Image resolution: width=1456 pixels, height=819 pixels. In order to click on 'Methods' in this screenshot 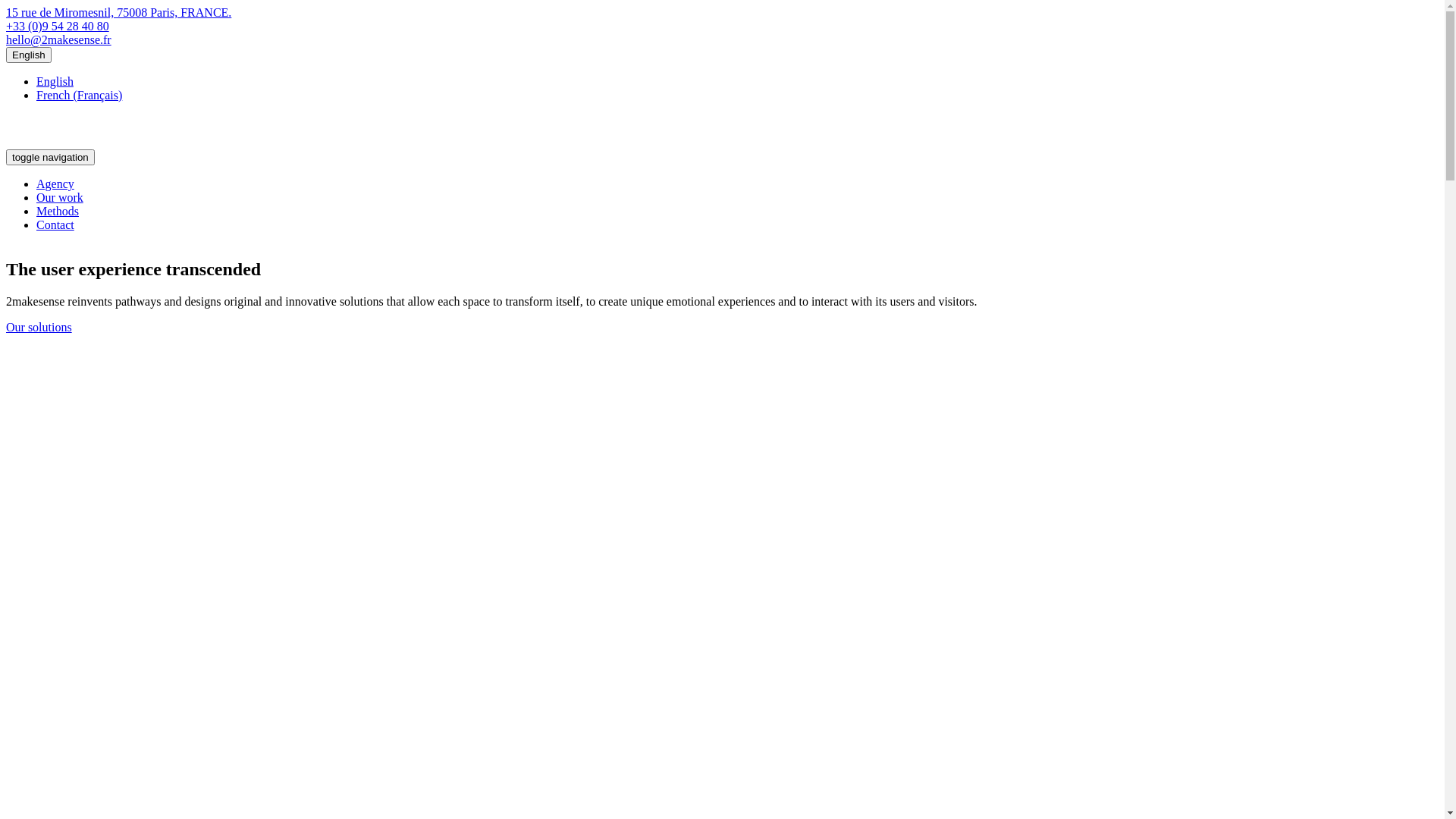, I will do `click(58, 211)`.